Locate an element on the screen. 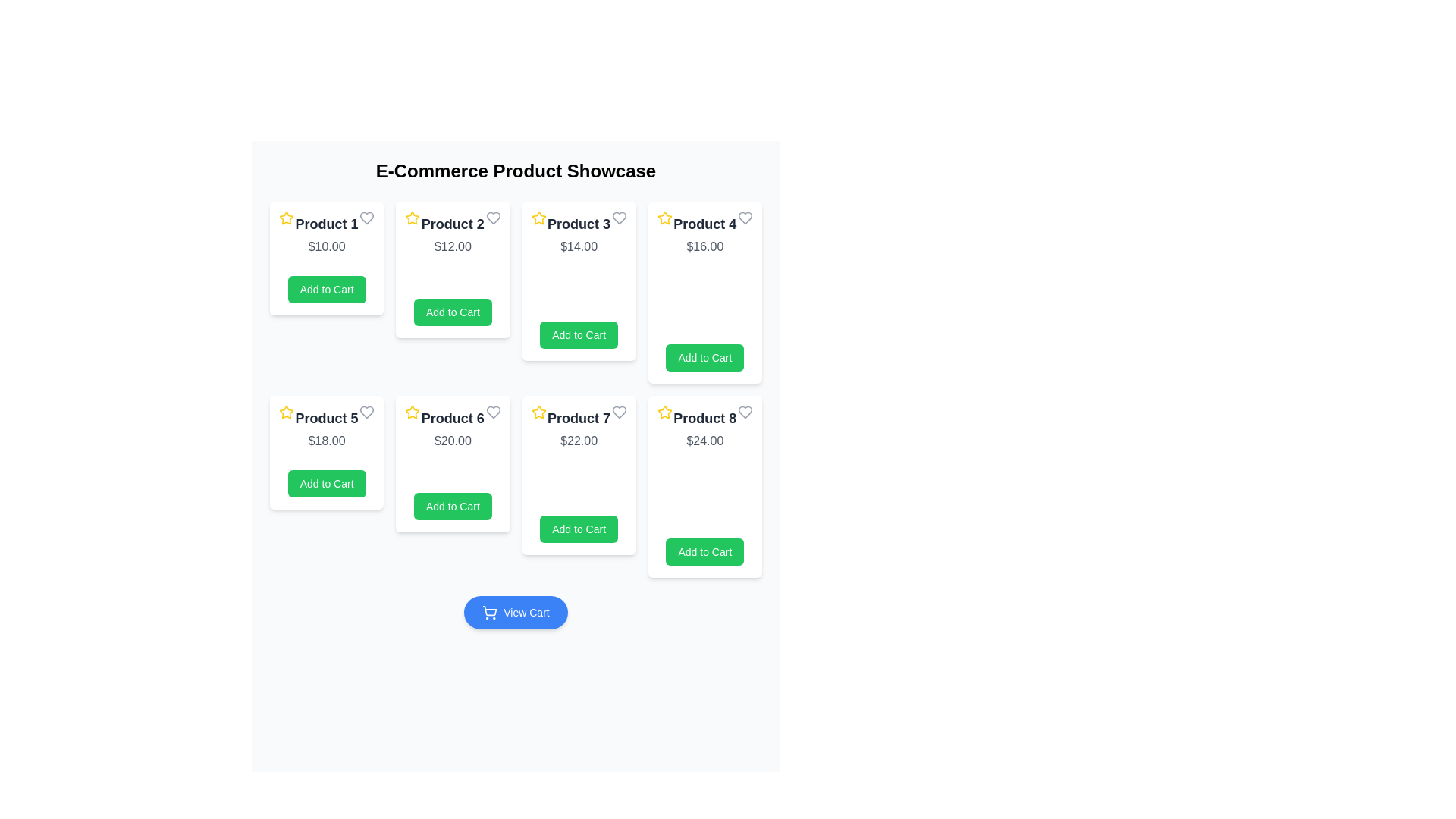 The height and width of the screenshot is (819, 1456). the 'Add to Cart' button, which is a green rectangular button with white text located at the bottom of the card for 'Product 3' is located at coordinates (578, 334).